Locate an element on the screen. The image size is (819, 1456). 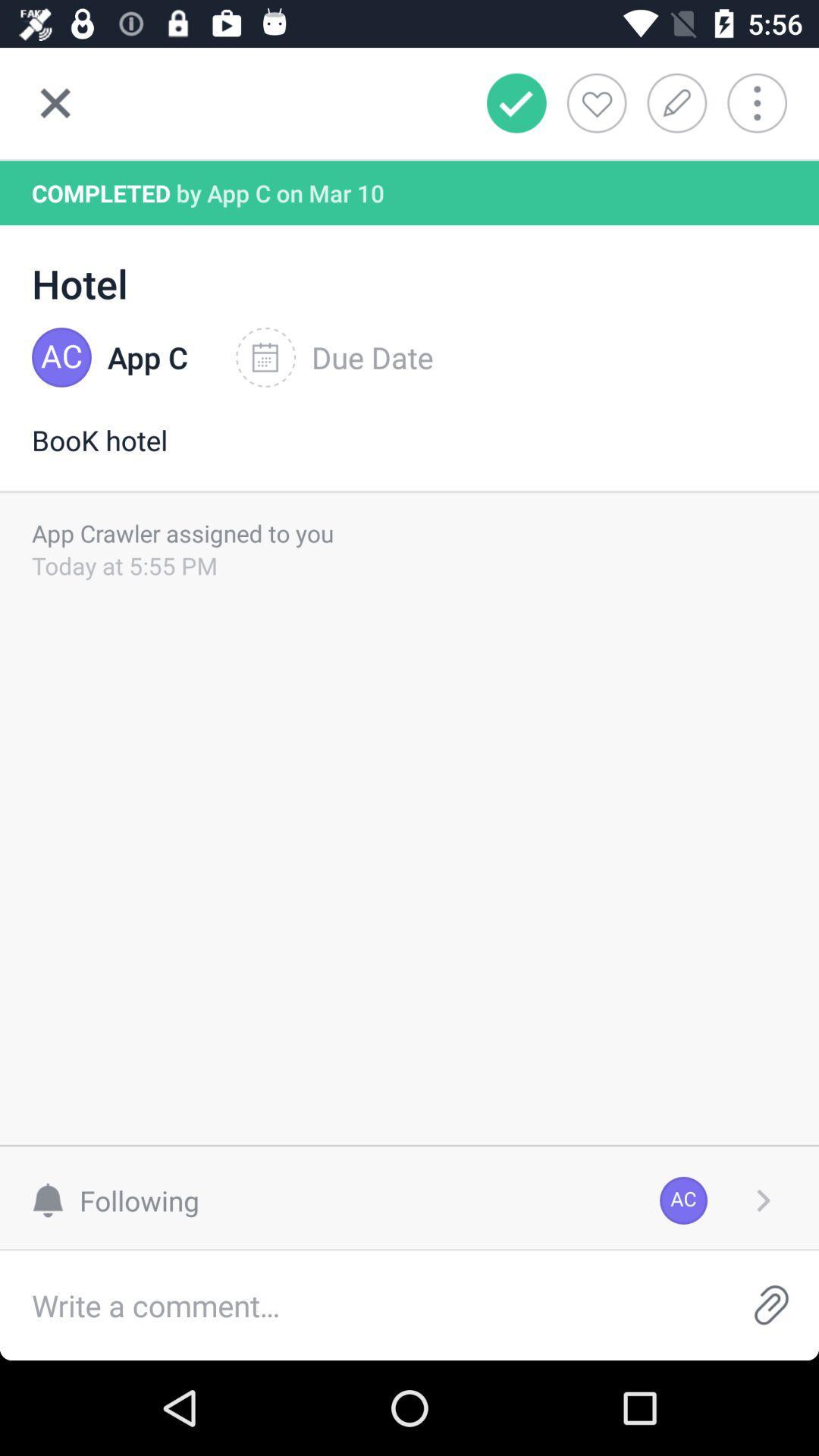
the comment space below following is located at coordinates (362, 1304).